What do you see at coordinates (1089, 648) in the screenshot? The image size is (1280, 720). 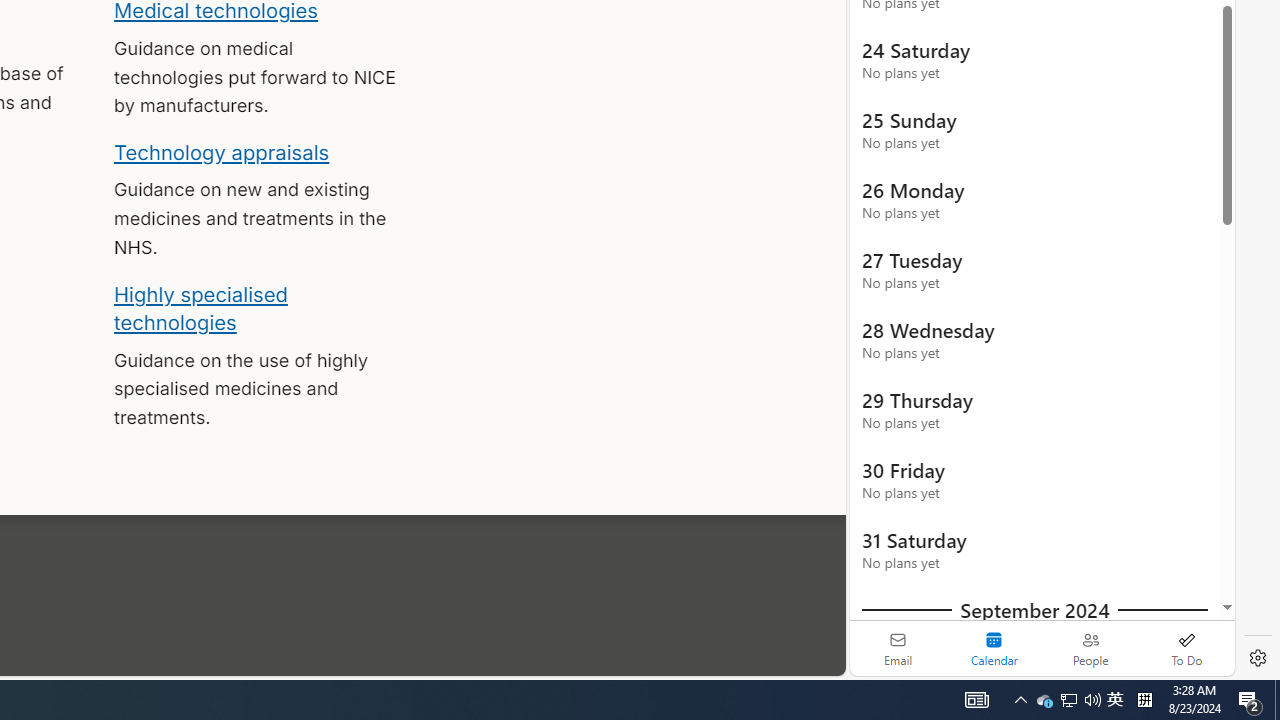 I see `'People'` at bounding box center [1089, 648].